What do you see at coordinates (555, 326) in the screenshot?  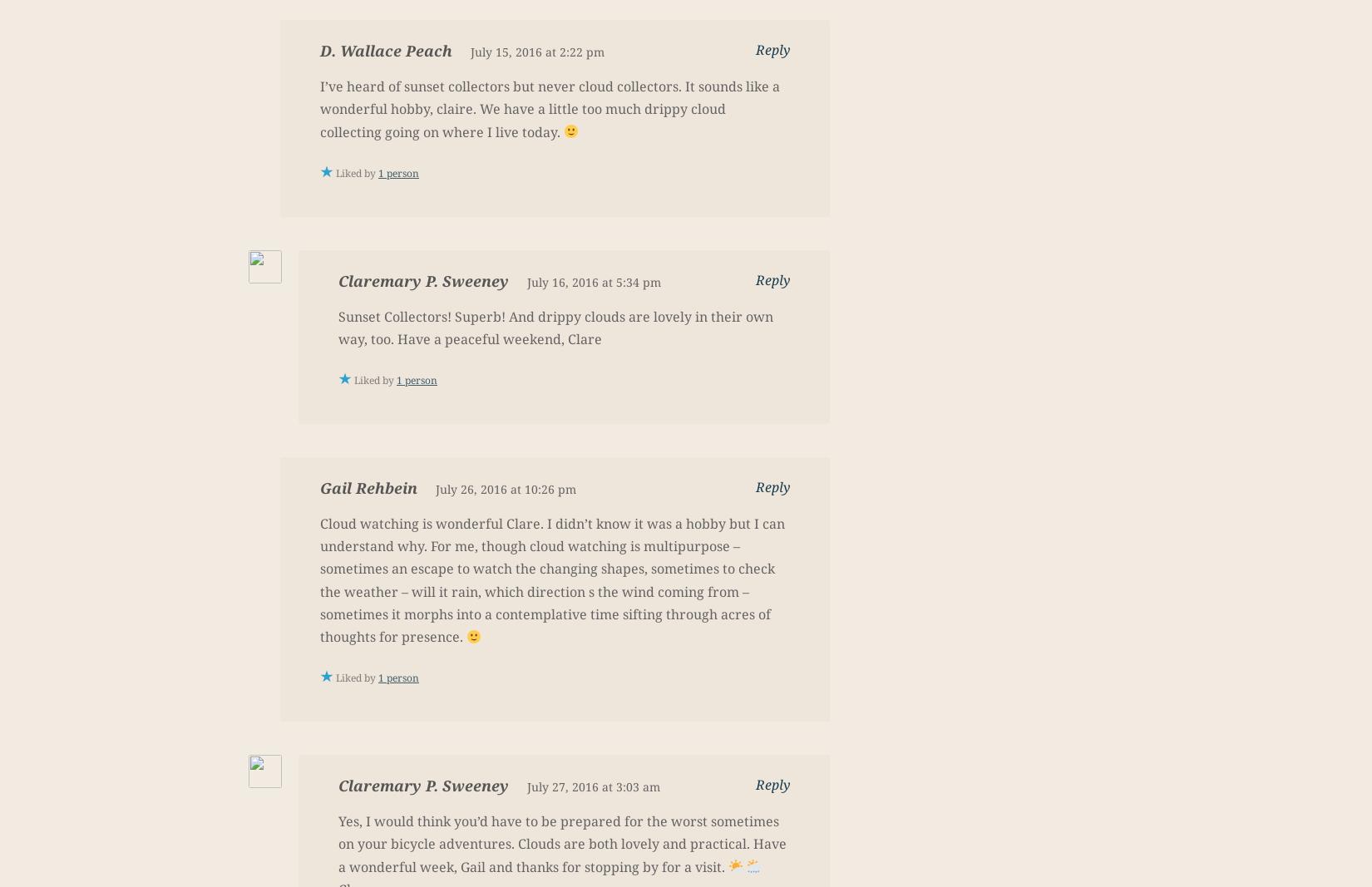 I see `'Sunset Collectors! Superb! And drippy clouds are lovely in their own way, too. Have a peaceful weekend, Clare'` at bounding box center [555, 326].